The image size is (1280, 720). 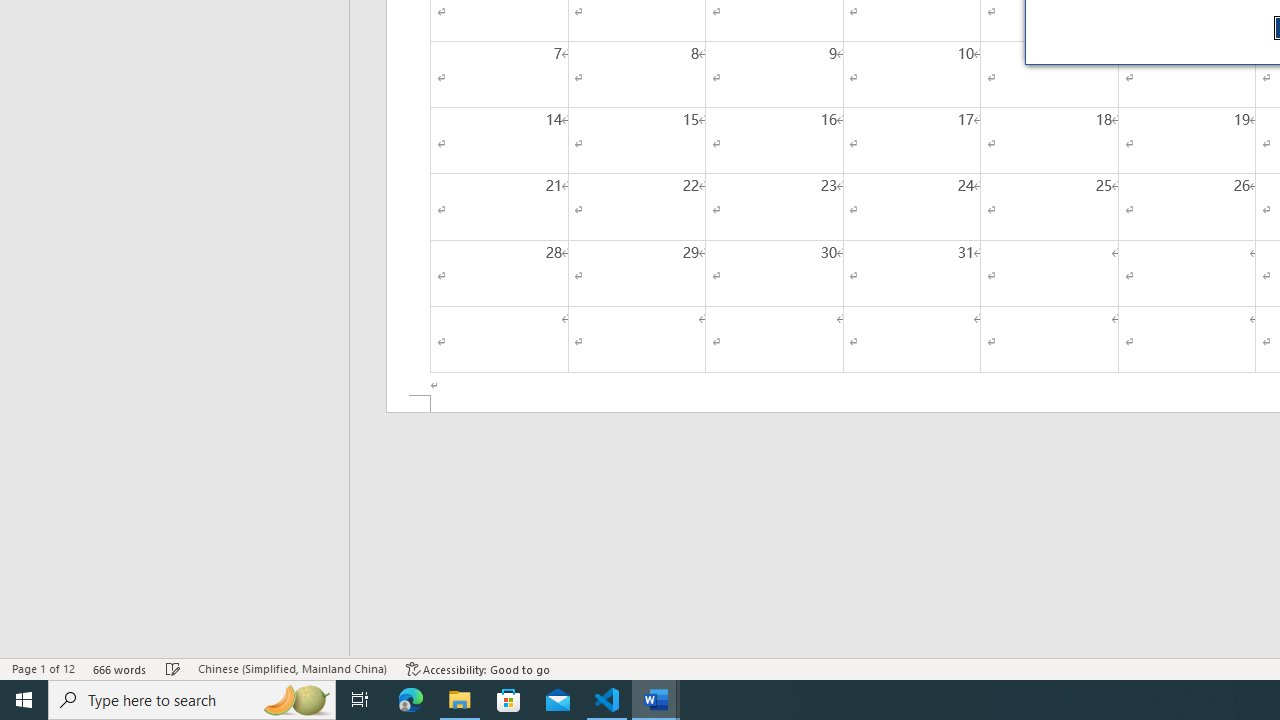 I want to click on 'Start', so click(x=24, y=698).